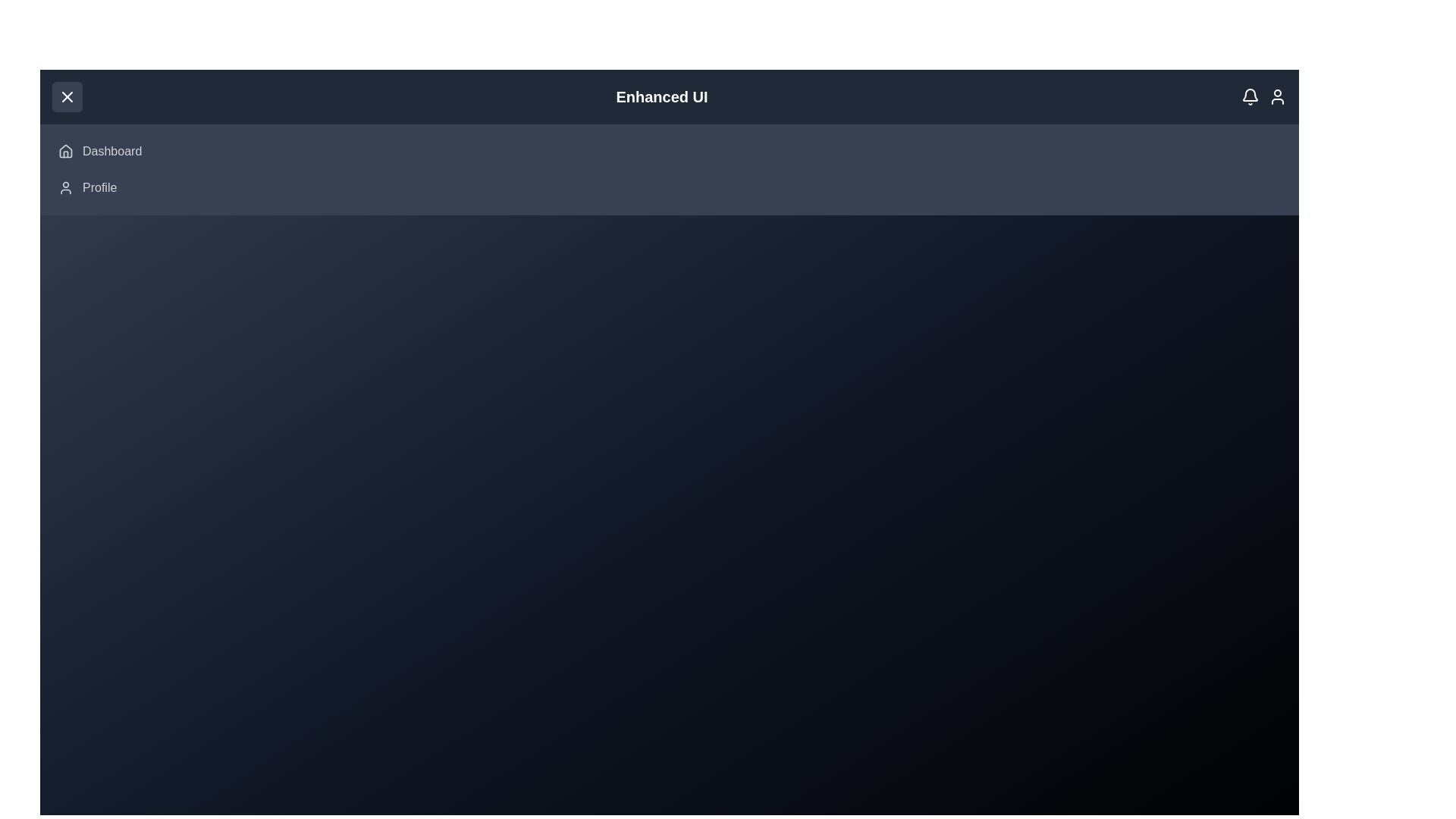 This screenshot has height=819, width=1456. Describe the element at coordinates (111, 152) in the screenshot. I see `the 'Dashboard' menu item to navigate to the 'Dashboard' section` at that location.